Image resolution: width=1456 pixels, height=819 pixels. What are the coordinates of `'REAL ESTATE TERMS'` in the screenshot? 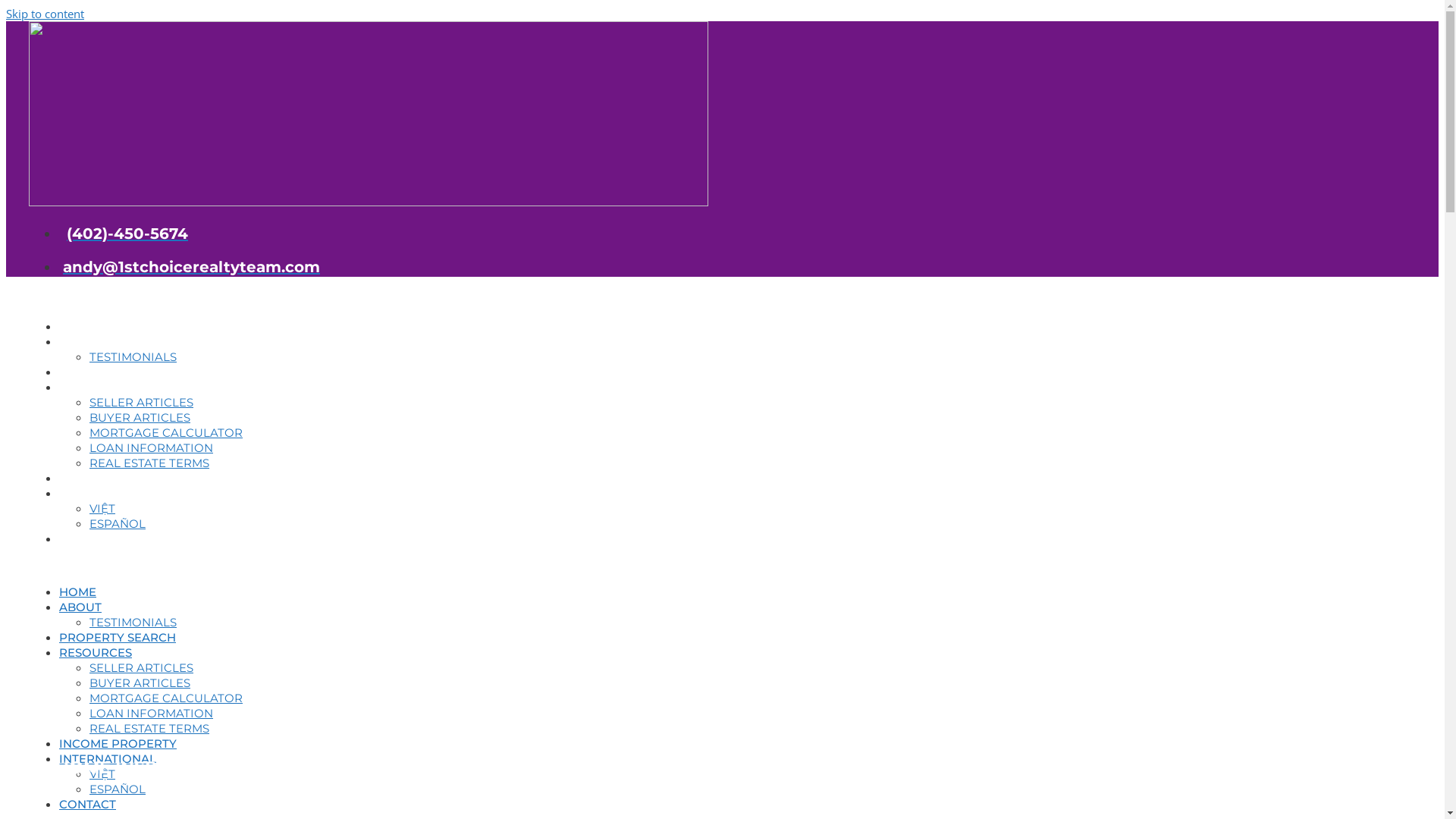 It's located at (149, 727).